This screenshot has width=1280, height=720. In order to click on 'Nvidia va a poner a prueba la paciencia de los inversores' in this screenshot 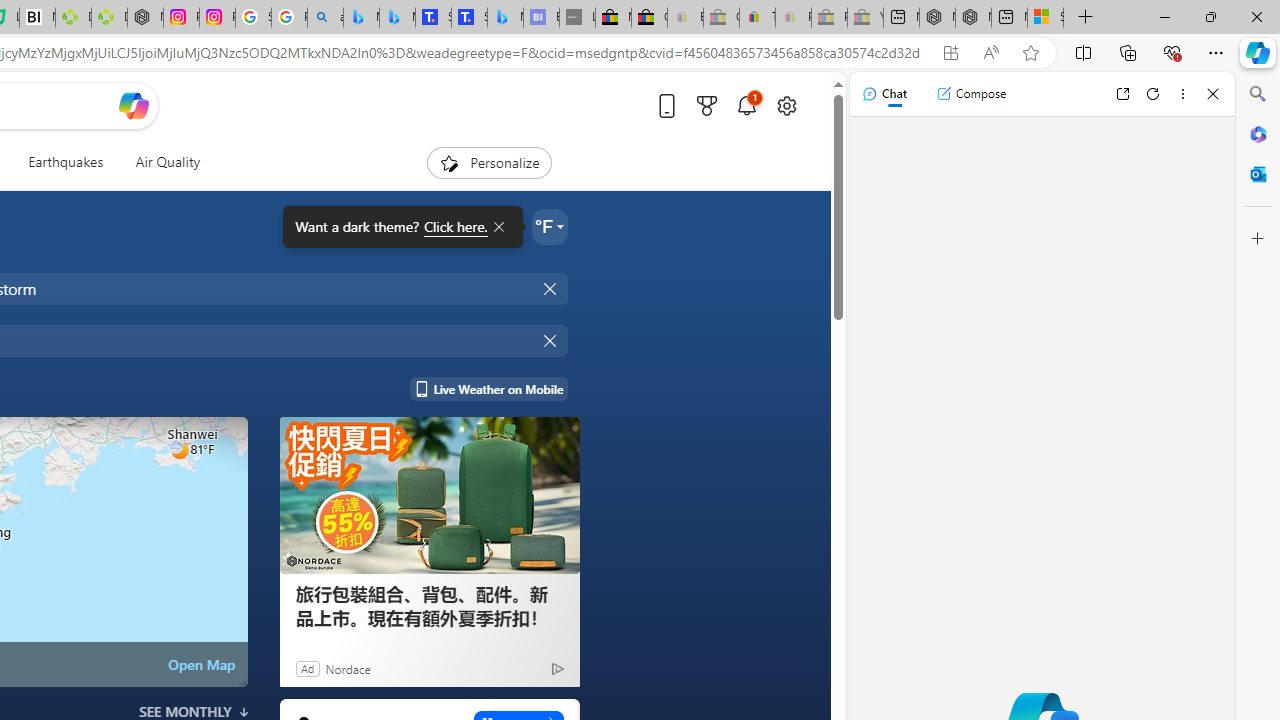, I will do `click(37, 17)`.